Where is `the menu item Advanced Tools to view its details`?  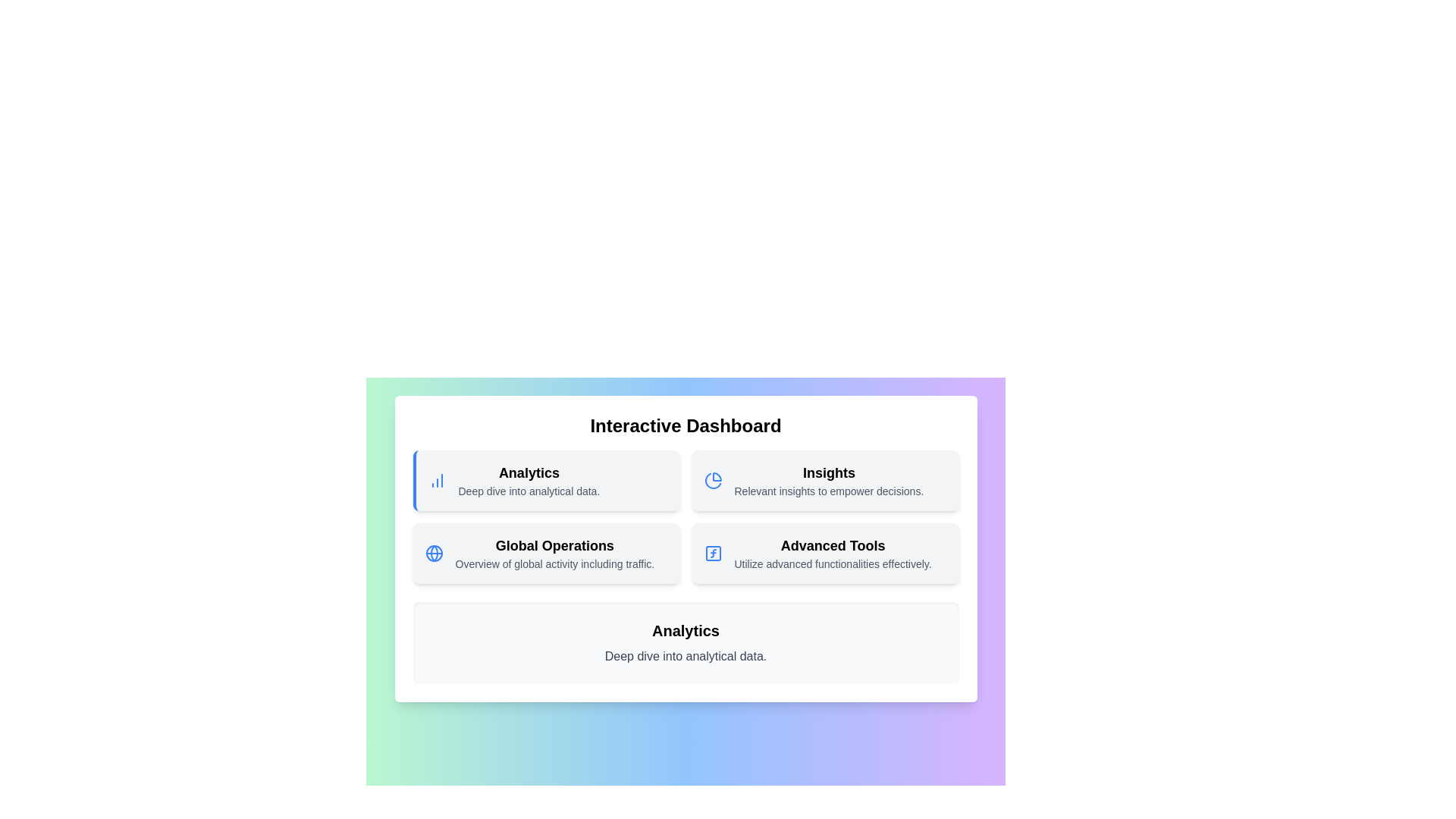
the menu item Advanced Tools to view its details is located at coordinates (824, 553).